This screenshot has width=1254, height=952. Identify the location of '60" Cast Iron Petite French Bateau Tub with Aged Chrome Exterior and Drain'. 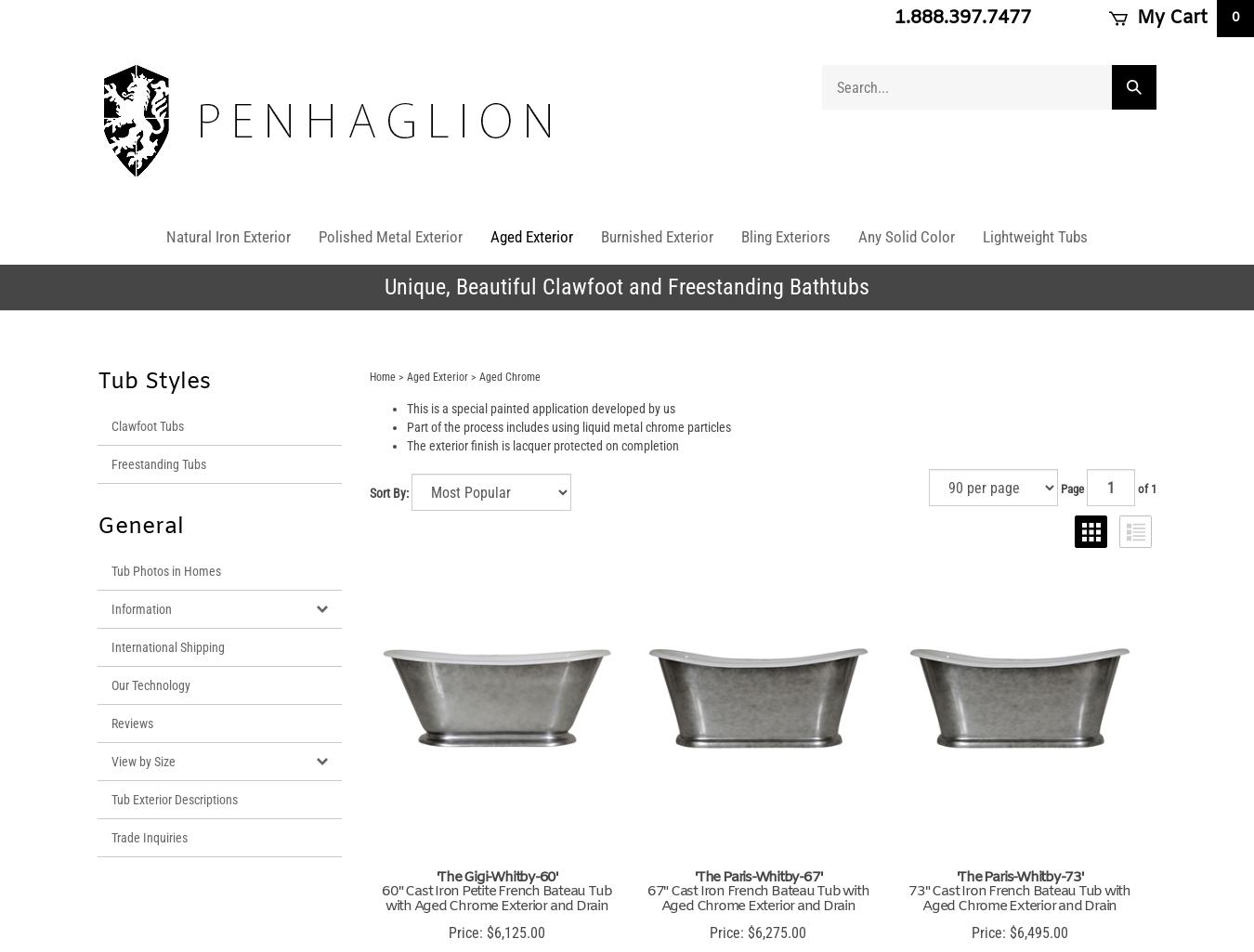
(495, 898).